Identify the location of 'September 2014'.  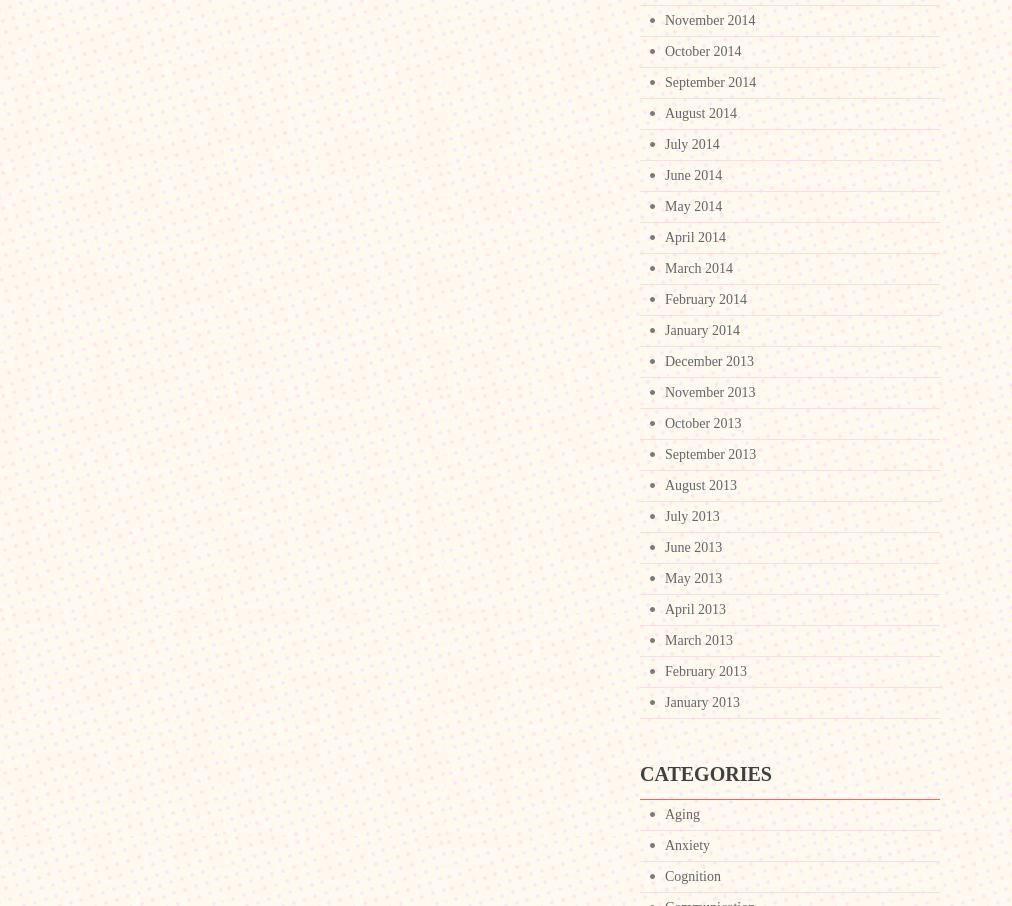
(710, 82).